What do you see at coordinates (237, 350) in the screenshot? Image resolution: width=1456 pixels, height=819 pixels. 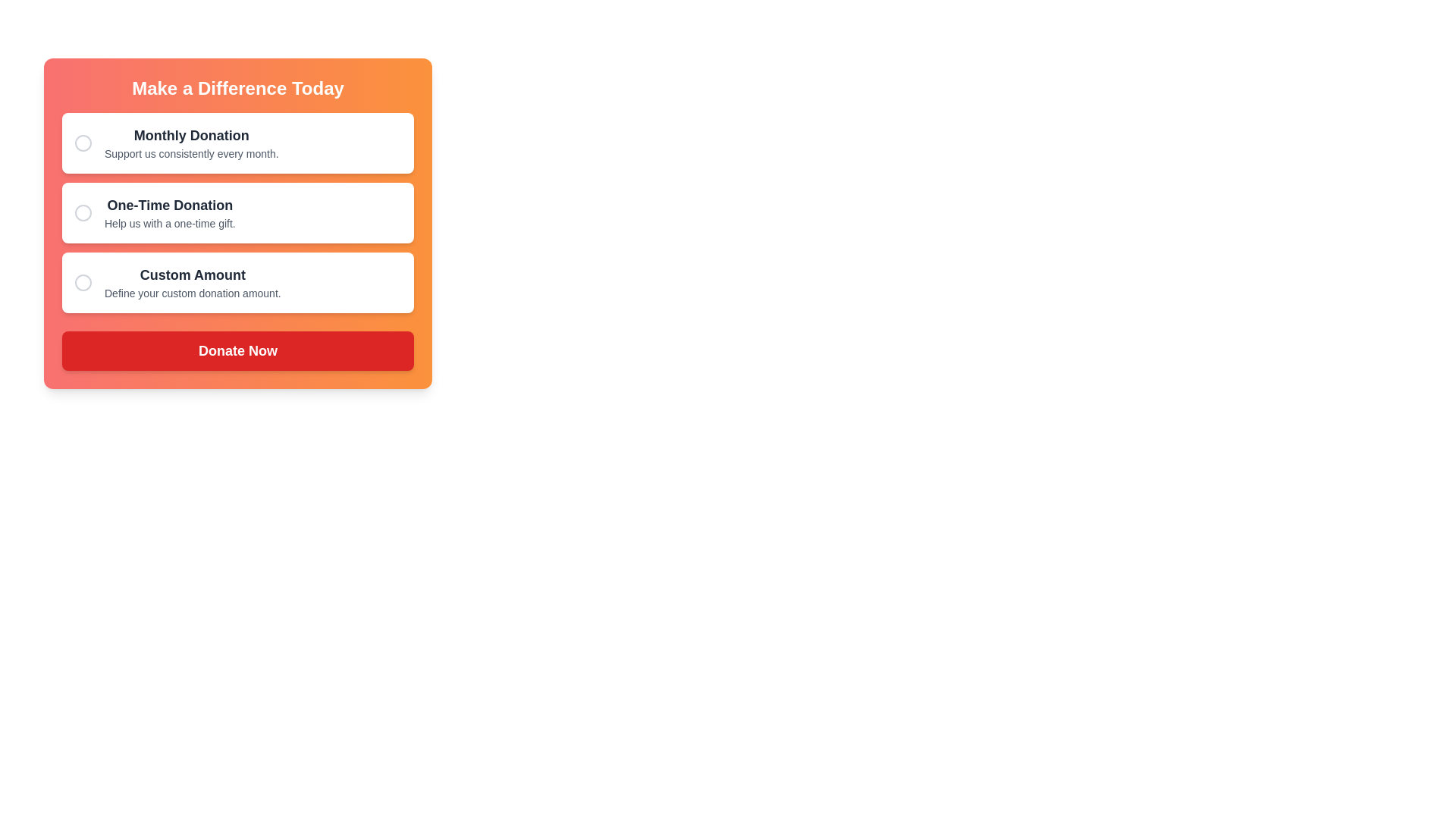 I see `the confirmation button located at the bottom of the donation card` at bounding box center [237, 350].